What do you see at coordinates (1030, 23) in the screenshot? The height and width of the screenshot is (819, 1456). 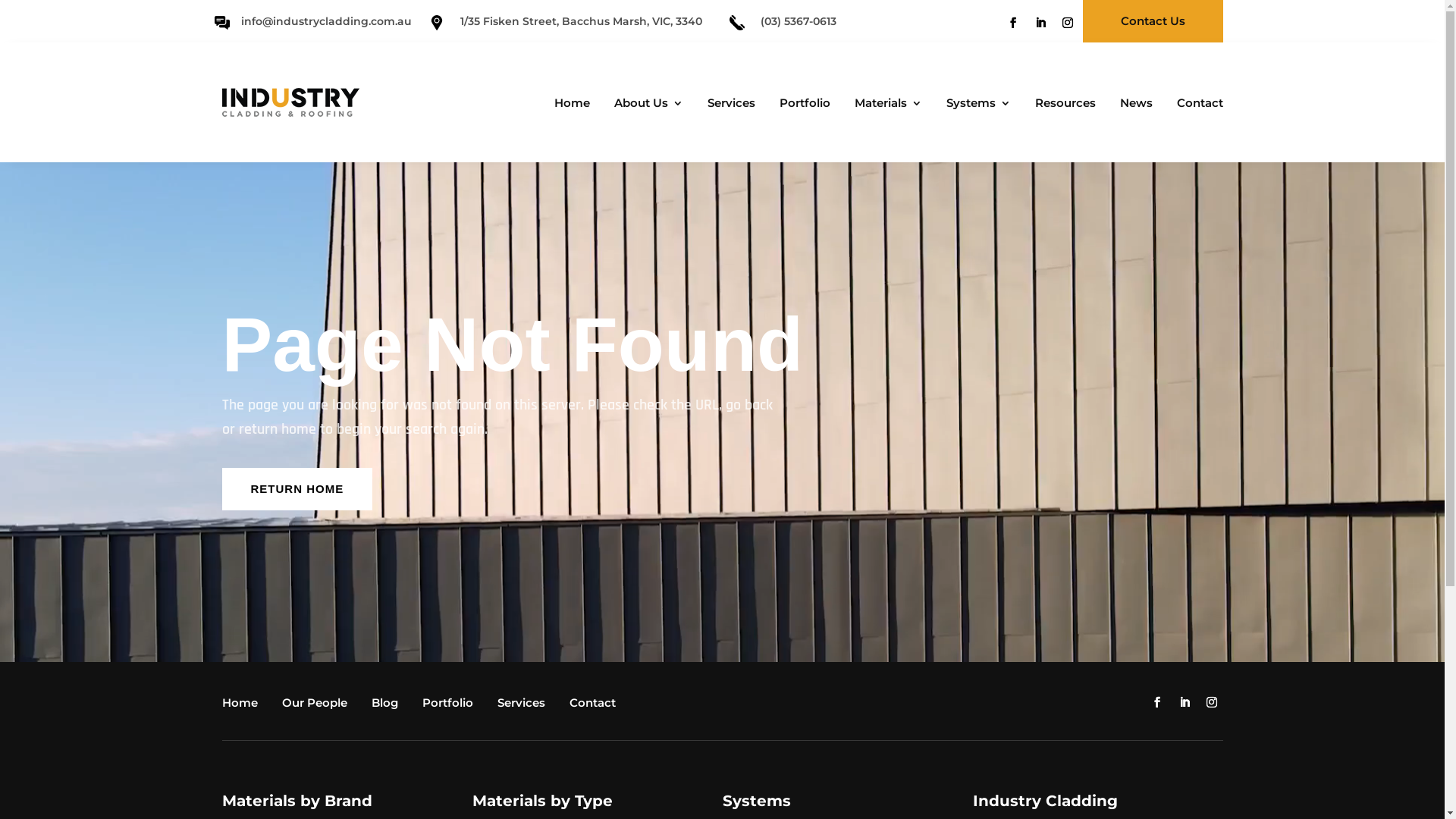 I see `'Follow on LinkedIn'` at bounding box center [1030, 23].